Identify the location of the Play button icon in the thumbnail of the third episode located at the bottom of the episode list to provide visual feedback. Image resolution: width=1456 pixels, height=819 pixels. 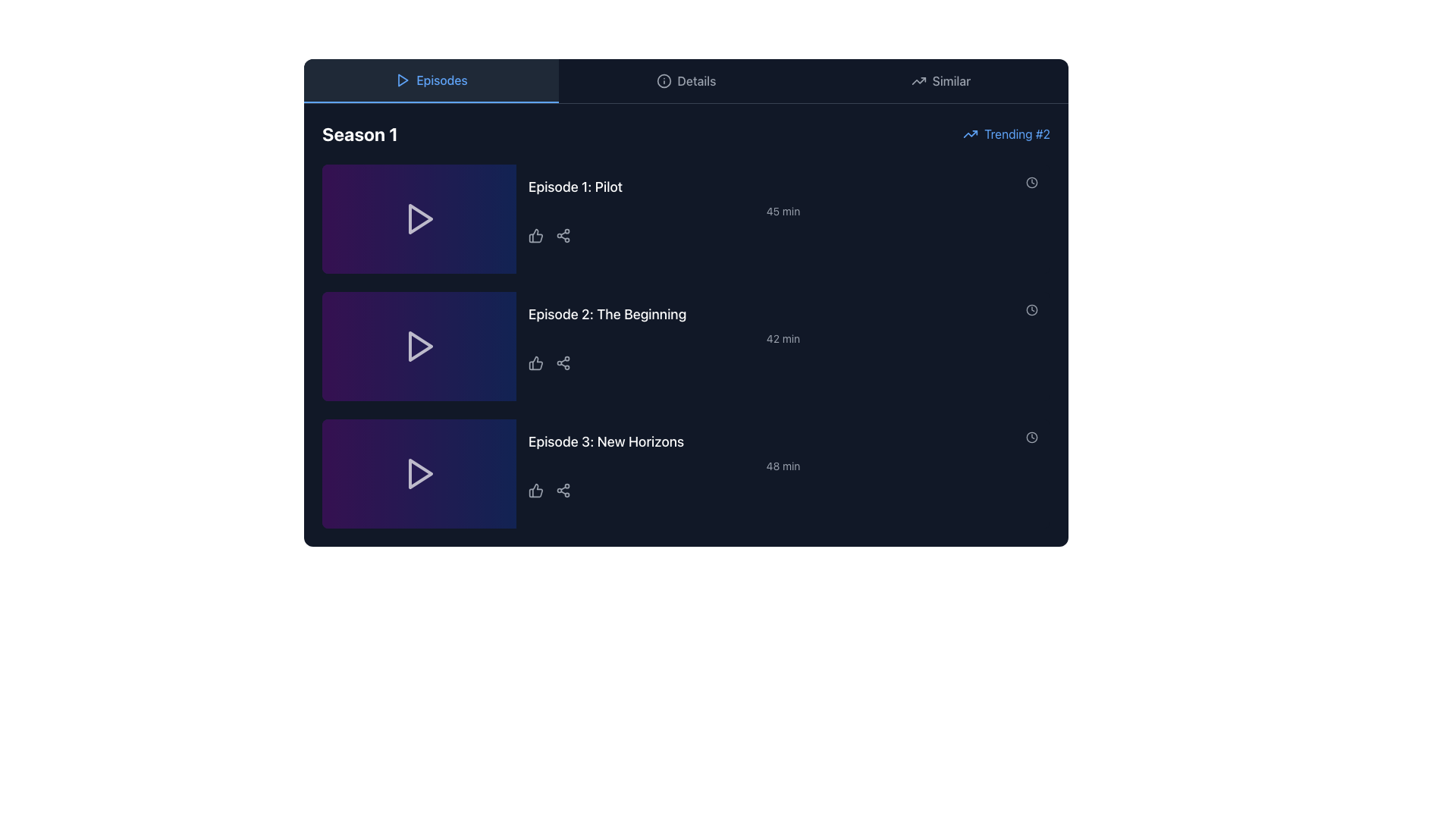
(421, 472).